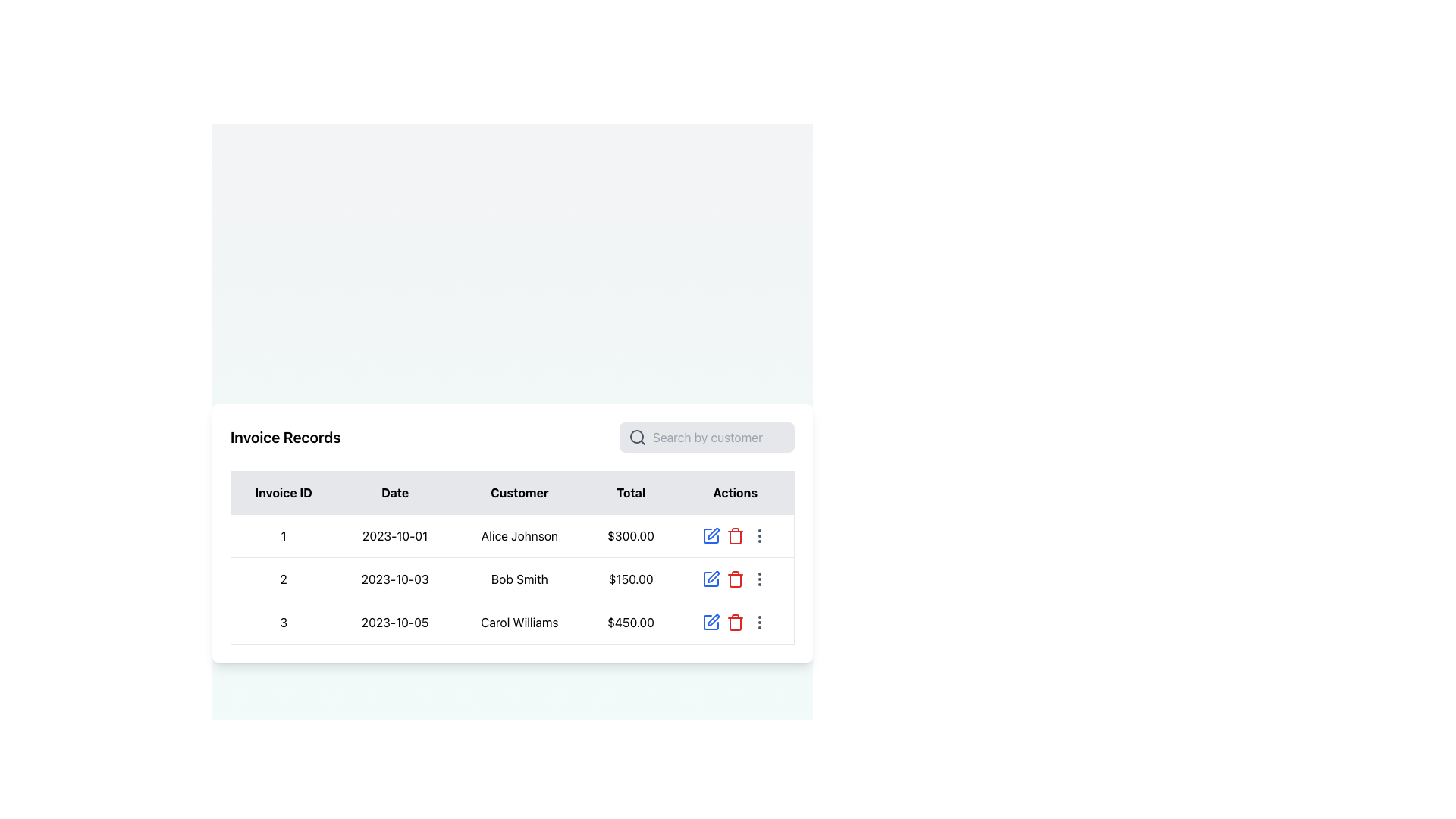 The image size is (1456, 819). Describe the element at coordinates (631, 622) in the screenshot. I see `displayed text from the Text Label that shows the total monetary amount for the invoice entry corresponding to 'Carol Williams' in the third row of the table under the 'Total' column` at that location.